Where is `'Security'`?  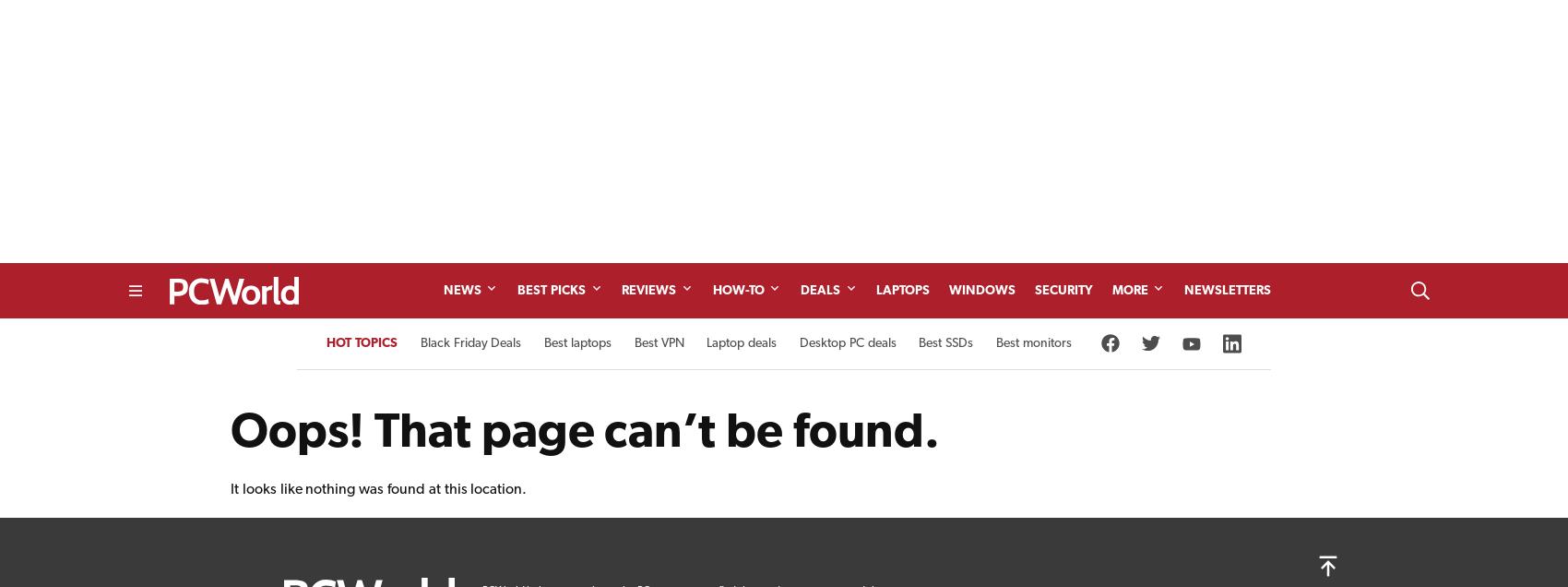
'Security' is located at coordinates (1063, 290).